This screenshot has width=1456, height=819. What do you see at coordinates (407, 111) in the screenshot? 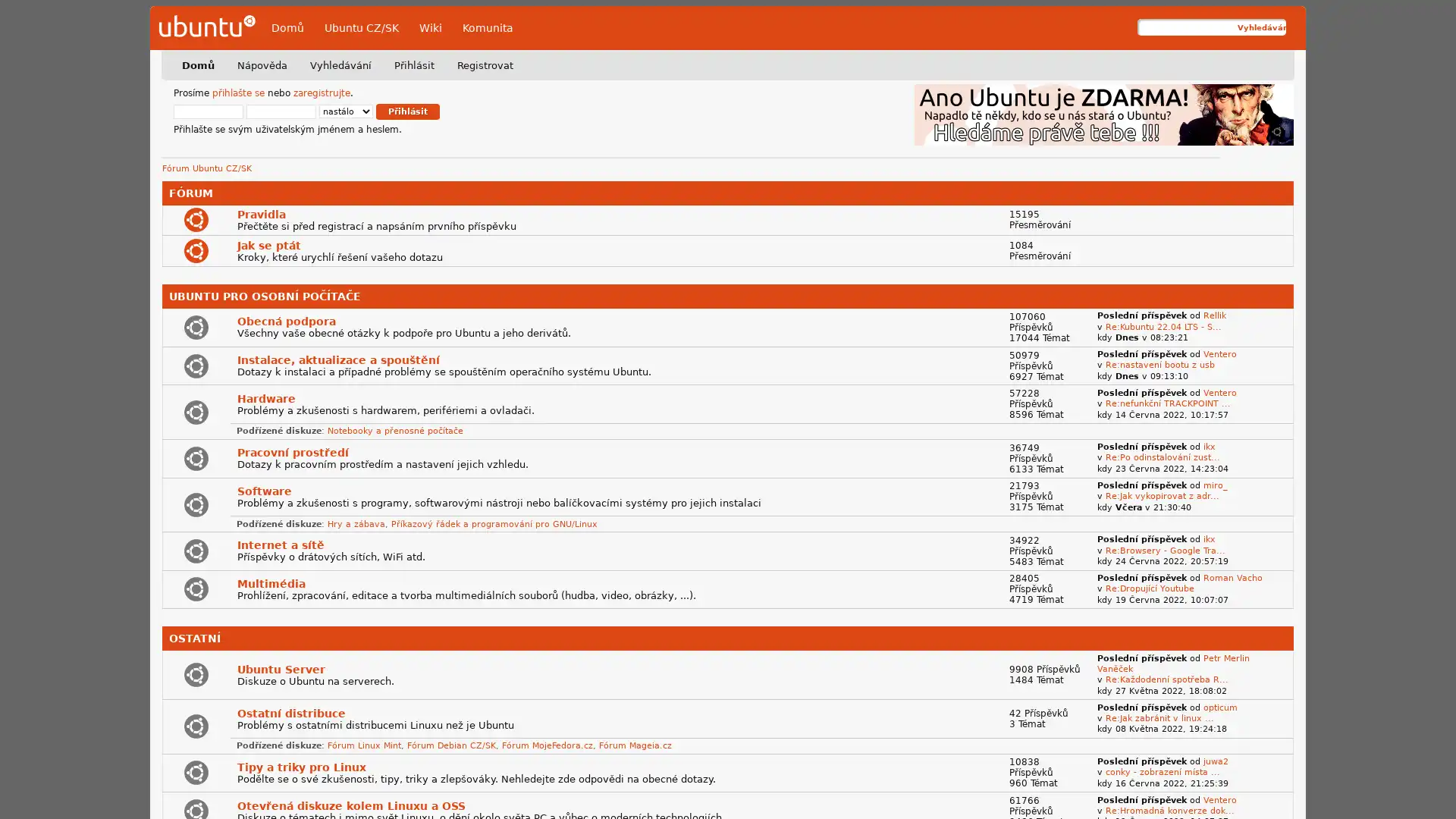
I see `Prihlasit` at bounding box center [407, 111].